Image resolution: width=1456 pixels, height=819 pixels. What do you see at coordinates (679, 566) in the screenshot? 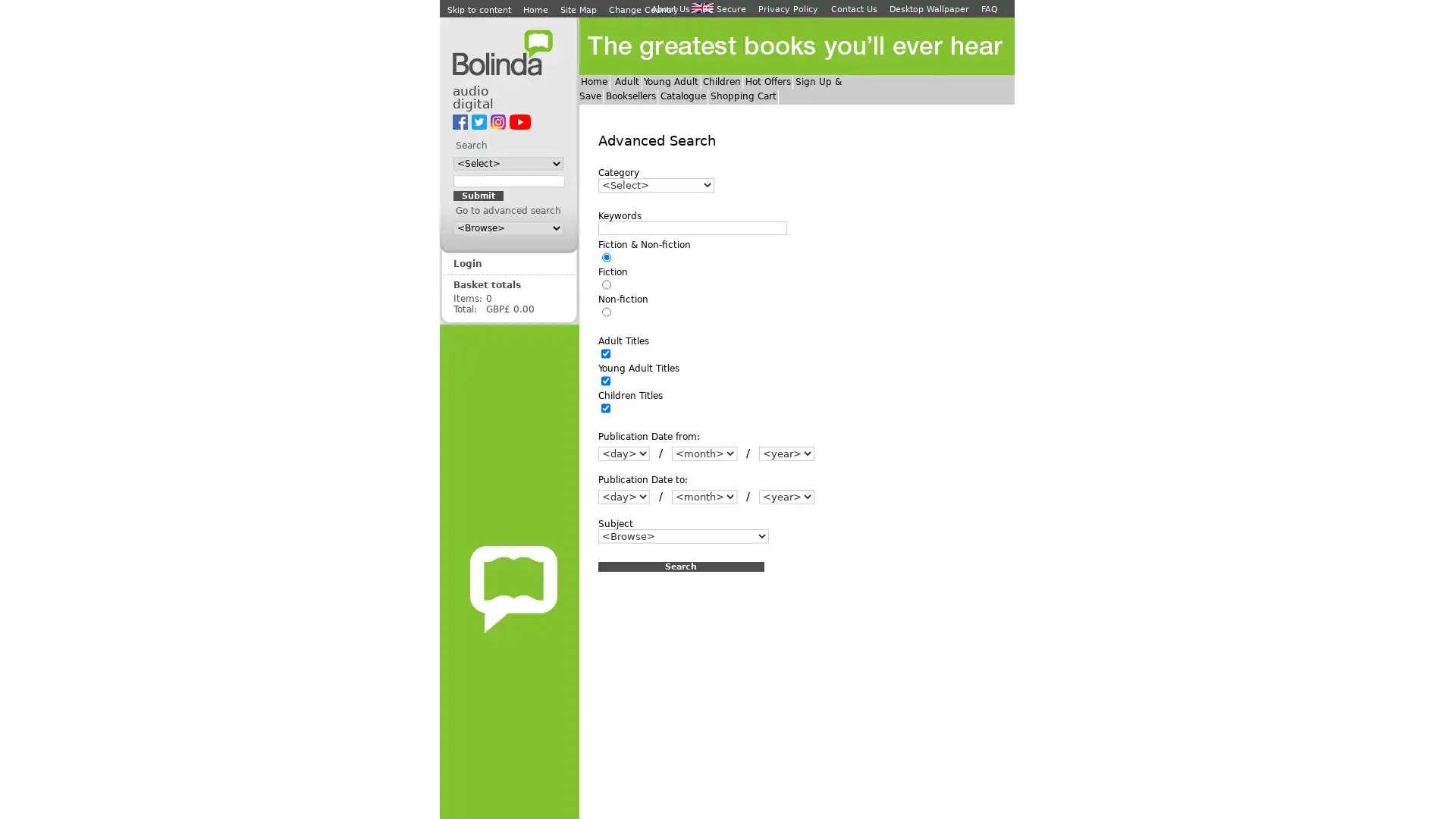
I see `Search` at bounding box center [679, 566].